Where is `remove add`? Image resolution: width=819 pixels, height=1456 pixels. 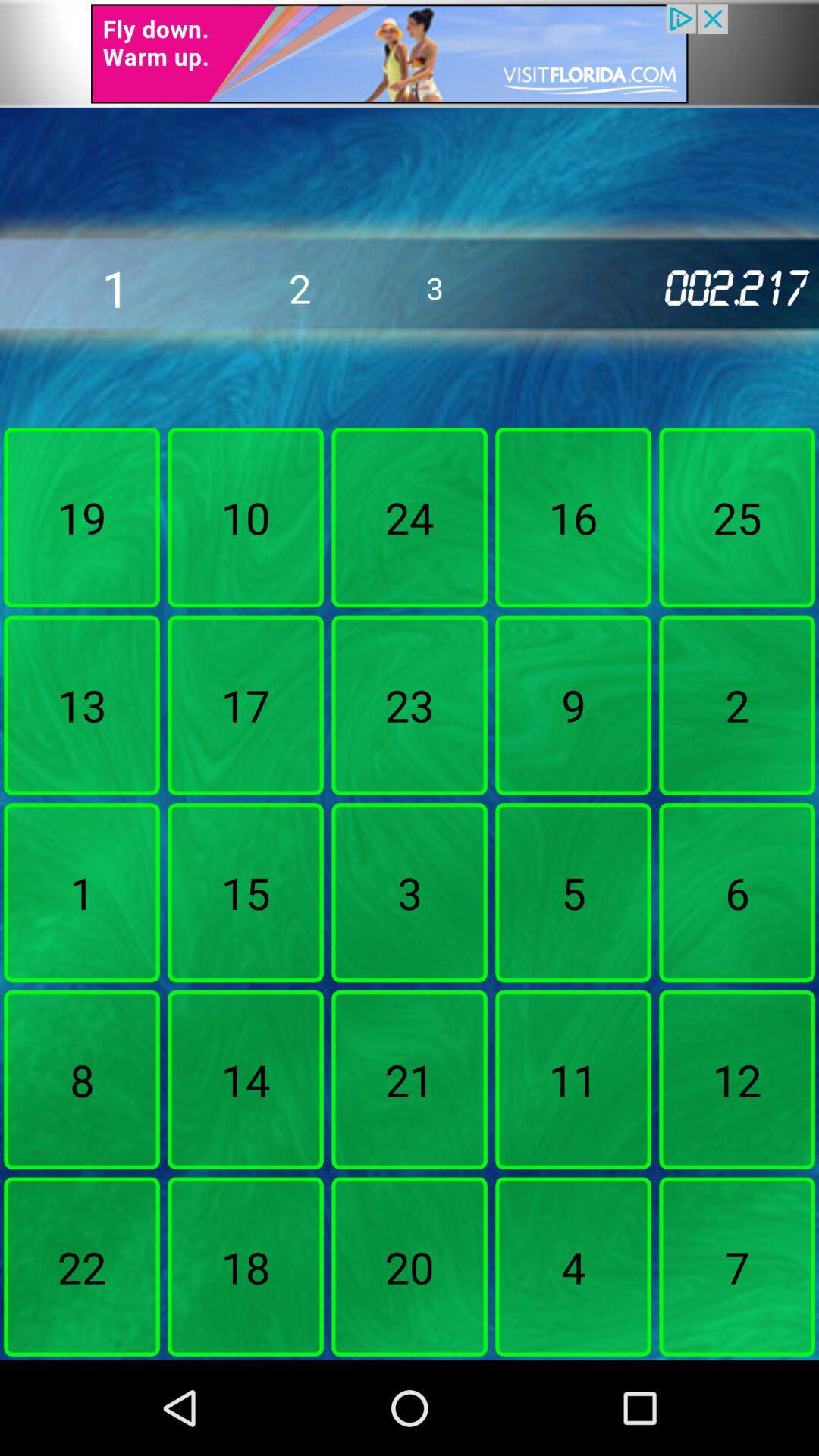 remove add is located at coordinates (409, 53).